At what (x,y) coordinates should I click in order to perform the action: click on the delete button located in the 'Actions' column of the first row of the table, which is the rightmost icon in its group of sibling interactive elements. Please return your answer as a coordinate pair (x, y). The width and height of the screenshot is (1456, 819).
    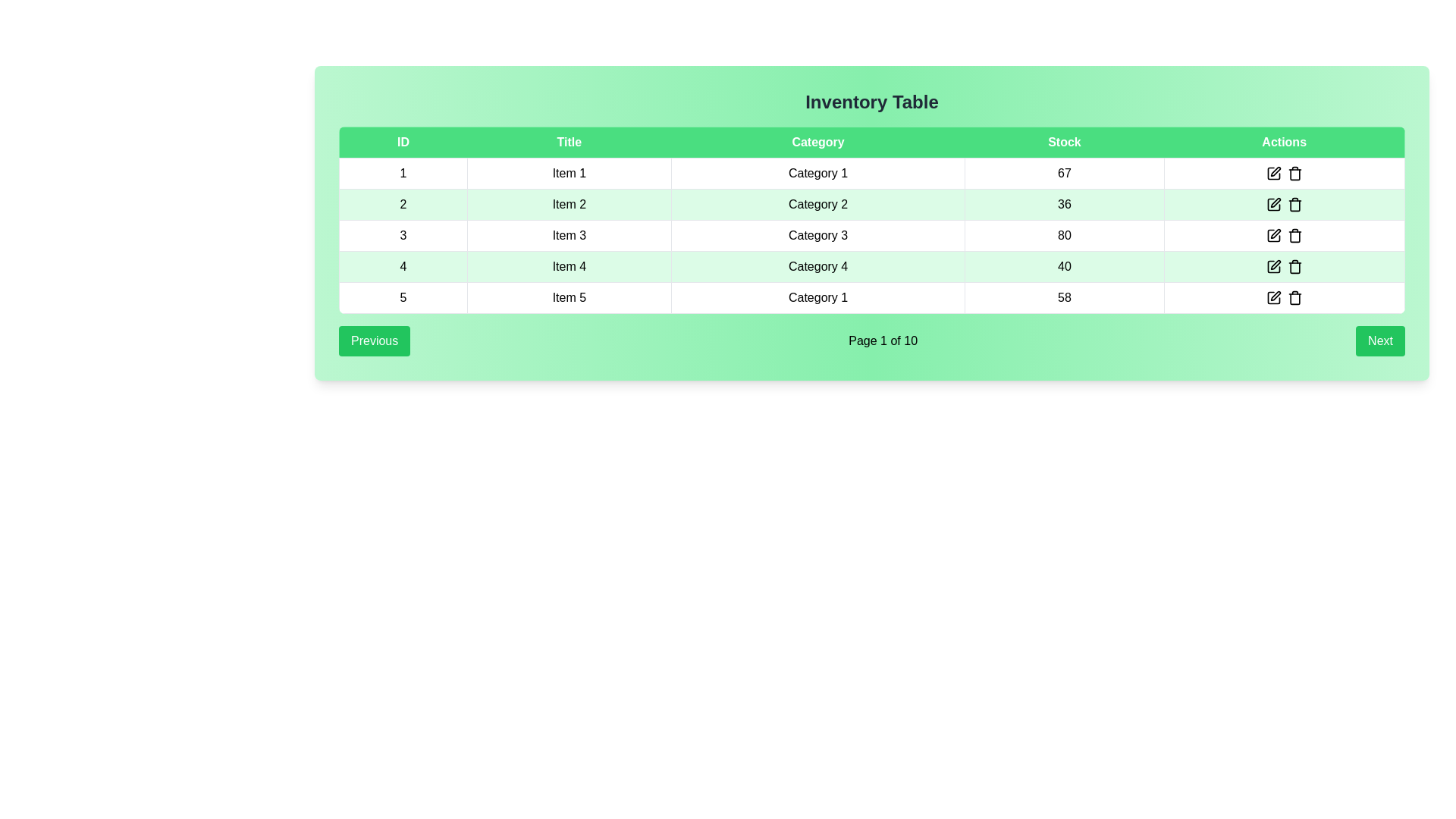
    Looking at the image, I should click on (1294, 172).